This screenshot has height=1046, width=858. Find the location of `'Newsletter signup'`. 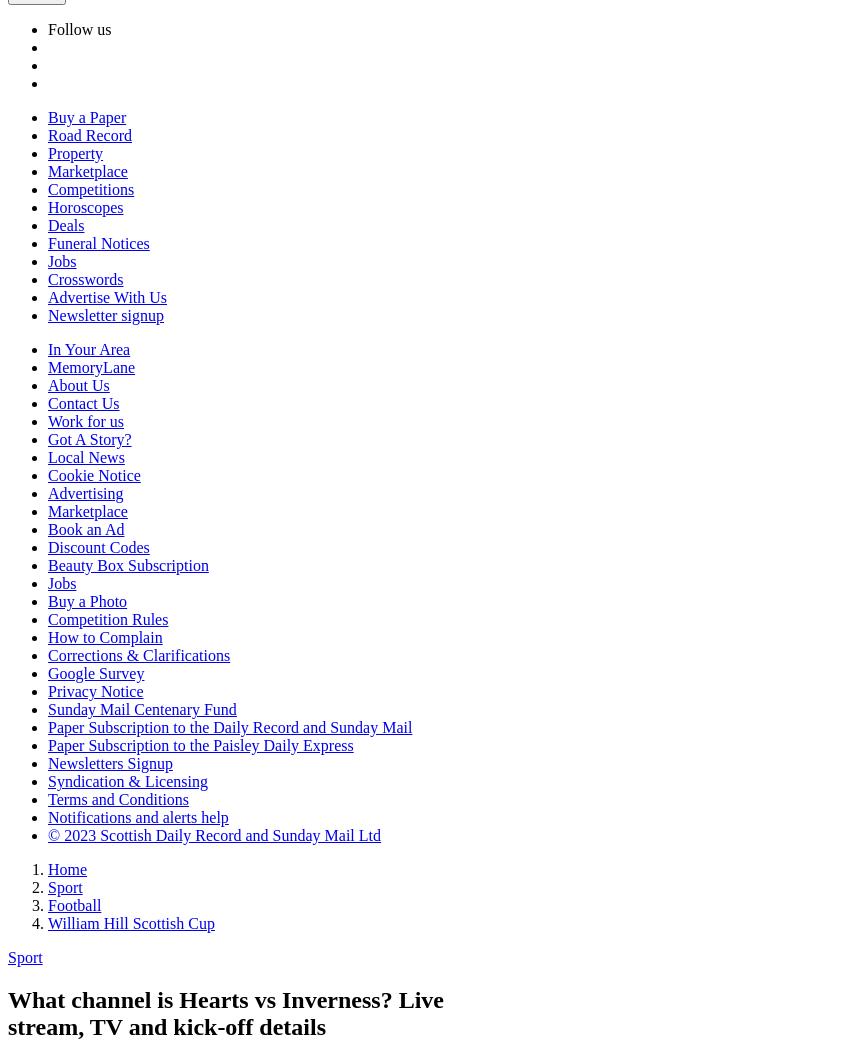

'Newsletter signup' is located at coordinates (46, 314).